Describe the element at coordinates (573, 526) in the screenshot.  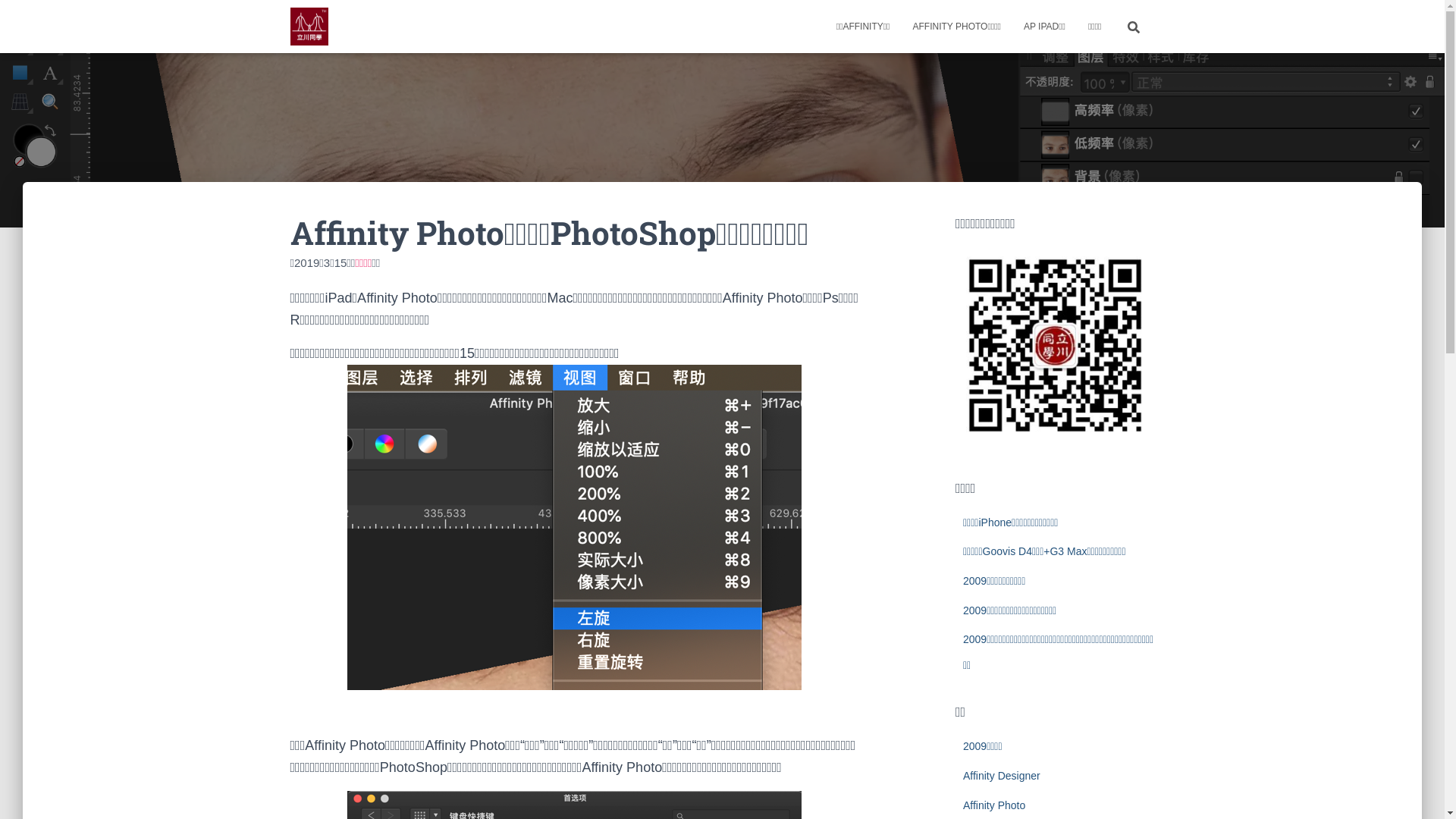
I see `'rotatecanvas.png'` at that location.